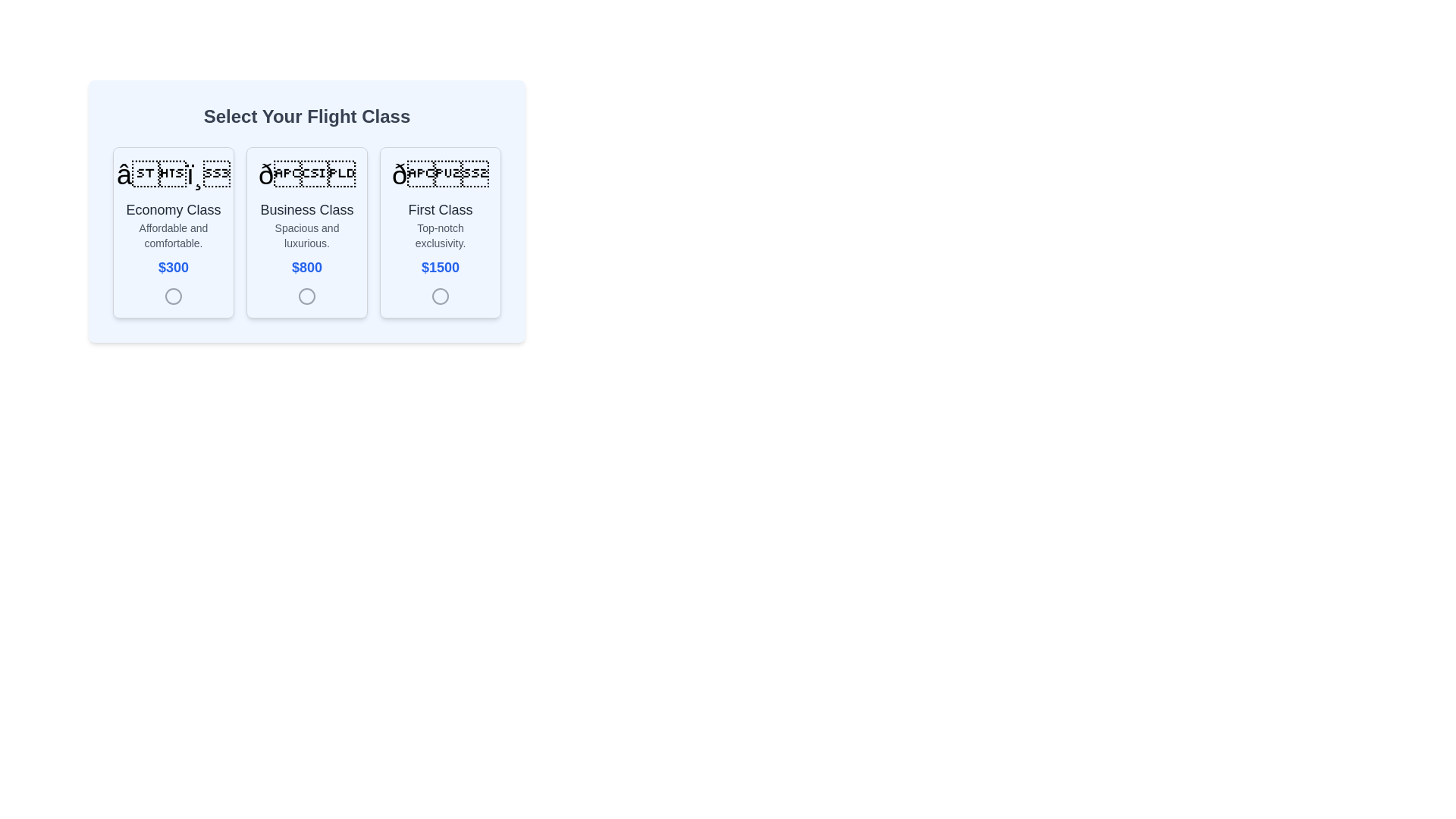 This screenshot has height=819, width=1456. Describe the element at coordinates (439, 174) in the screenshot. I see `the decorative icon located at the top center of the 'First Class' option card, which emphasizes its exclusivity and luxury` at that location.